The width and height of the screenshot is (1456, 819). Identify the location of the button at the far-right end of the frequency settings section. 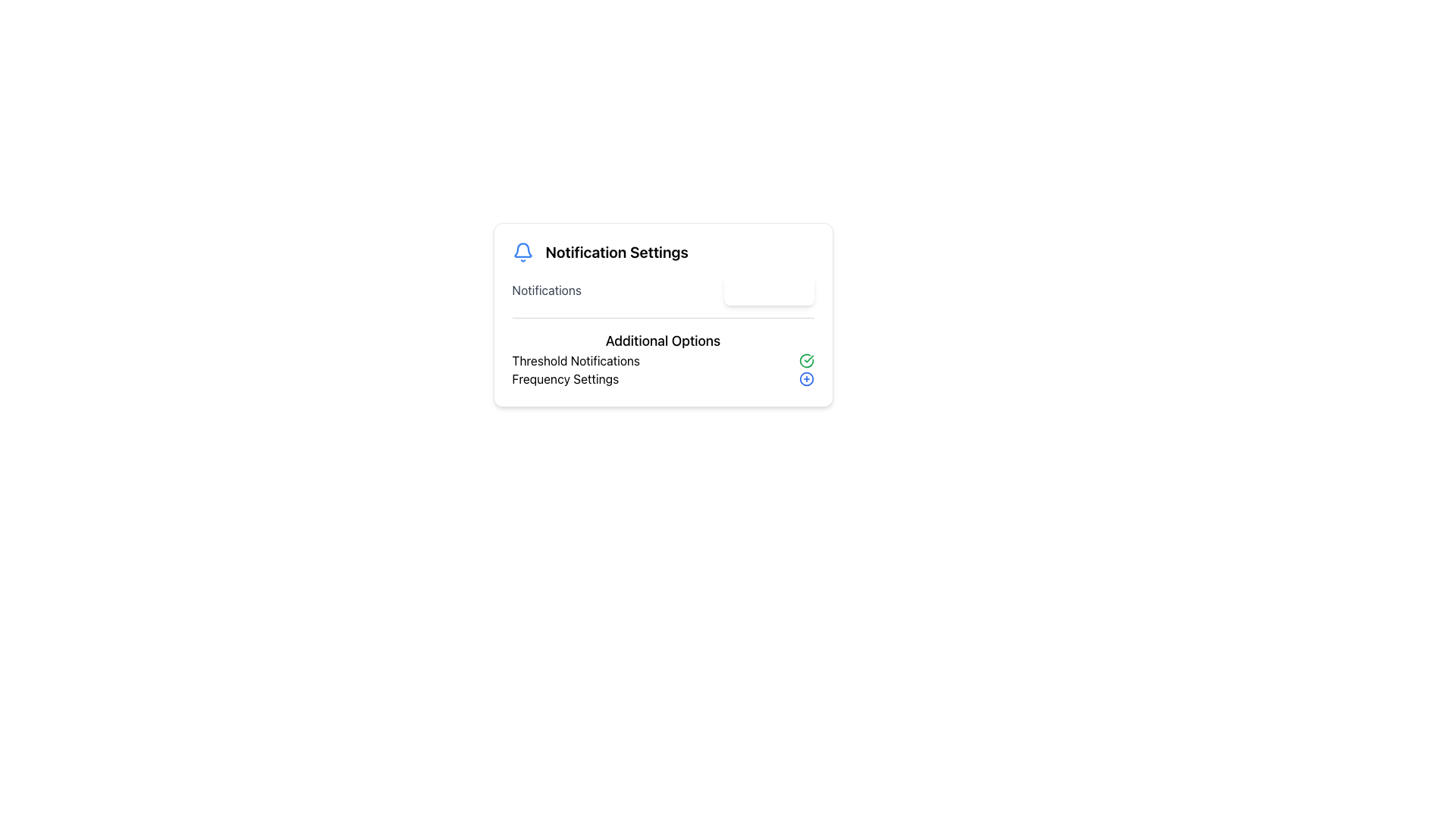
(805, 378).